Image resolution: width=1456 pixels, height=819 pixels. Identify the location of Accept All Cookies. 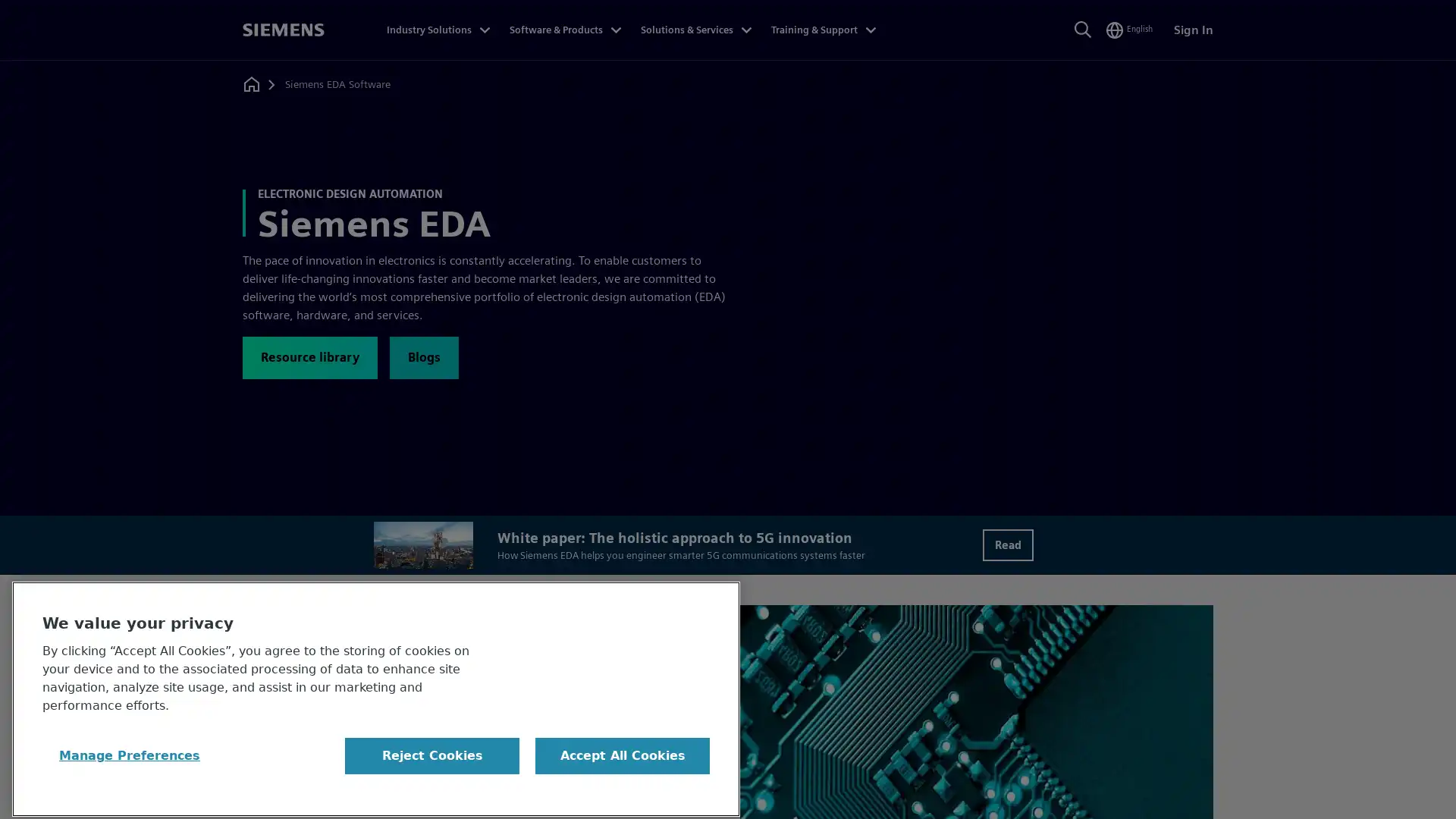
(622, 745).